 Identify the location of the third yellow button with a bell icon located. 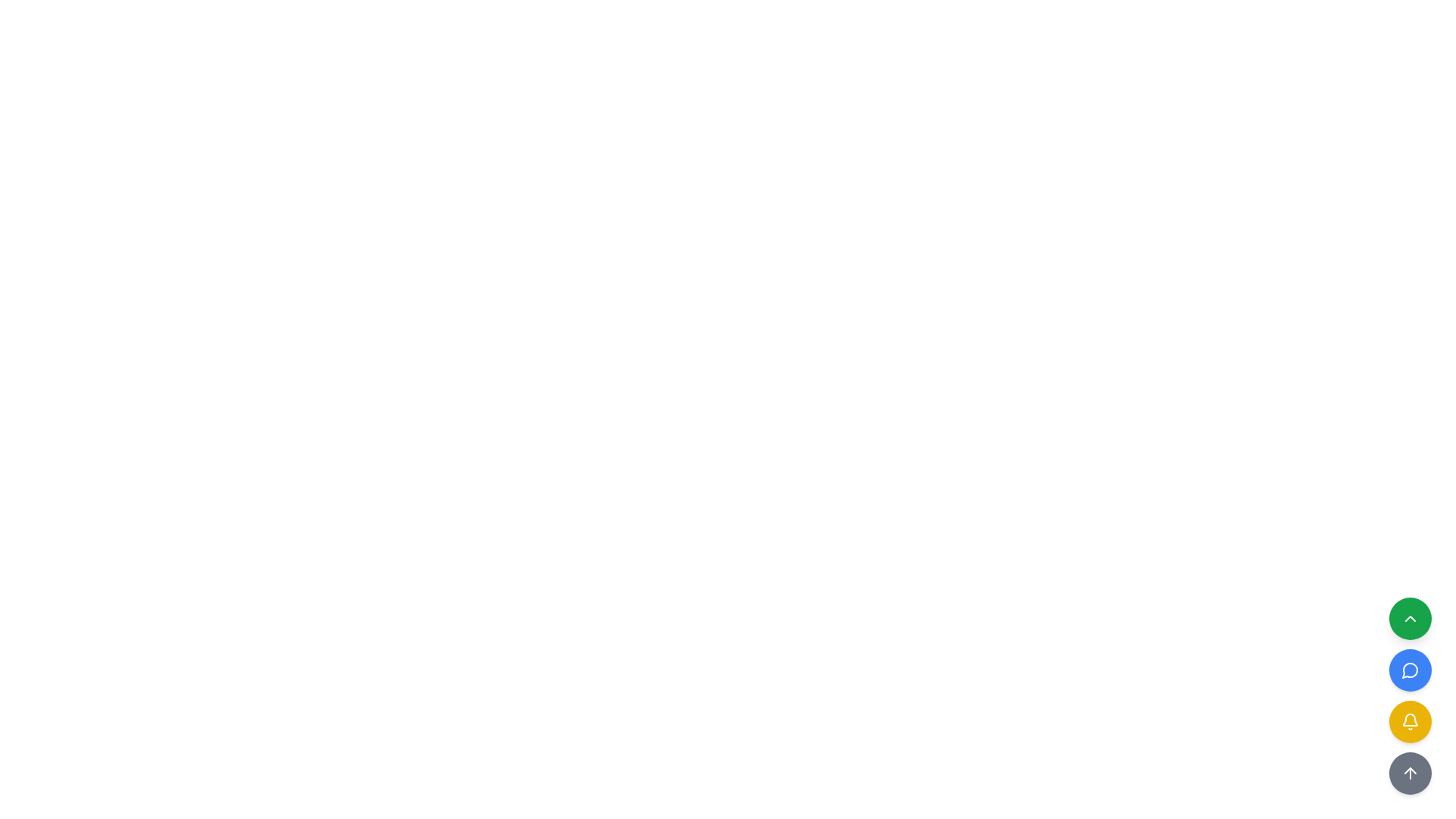
(1410, 696).